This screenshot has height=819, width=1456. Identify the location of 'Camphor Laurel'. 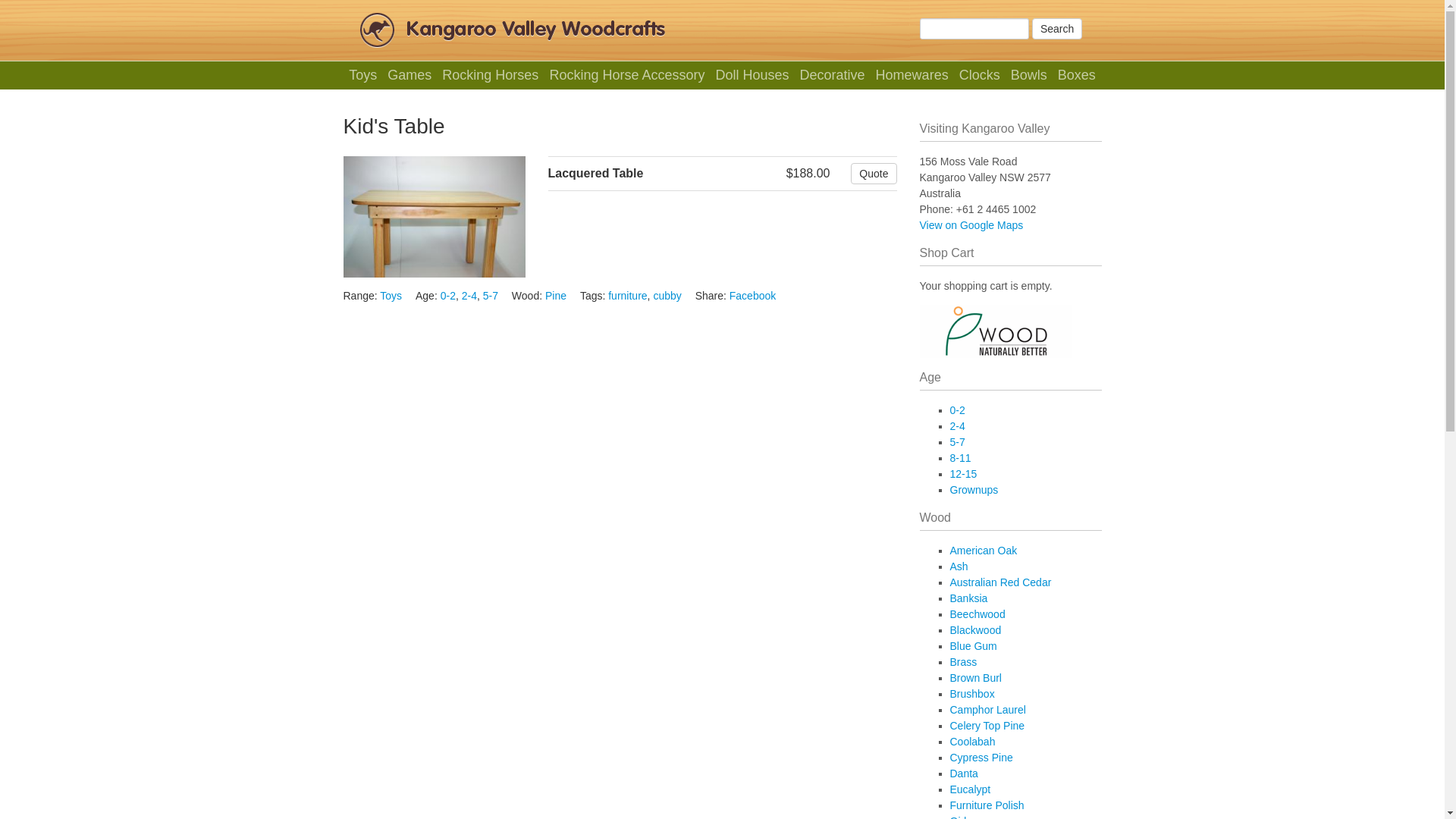
(987, 710).